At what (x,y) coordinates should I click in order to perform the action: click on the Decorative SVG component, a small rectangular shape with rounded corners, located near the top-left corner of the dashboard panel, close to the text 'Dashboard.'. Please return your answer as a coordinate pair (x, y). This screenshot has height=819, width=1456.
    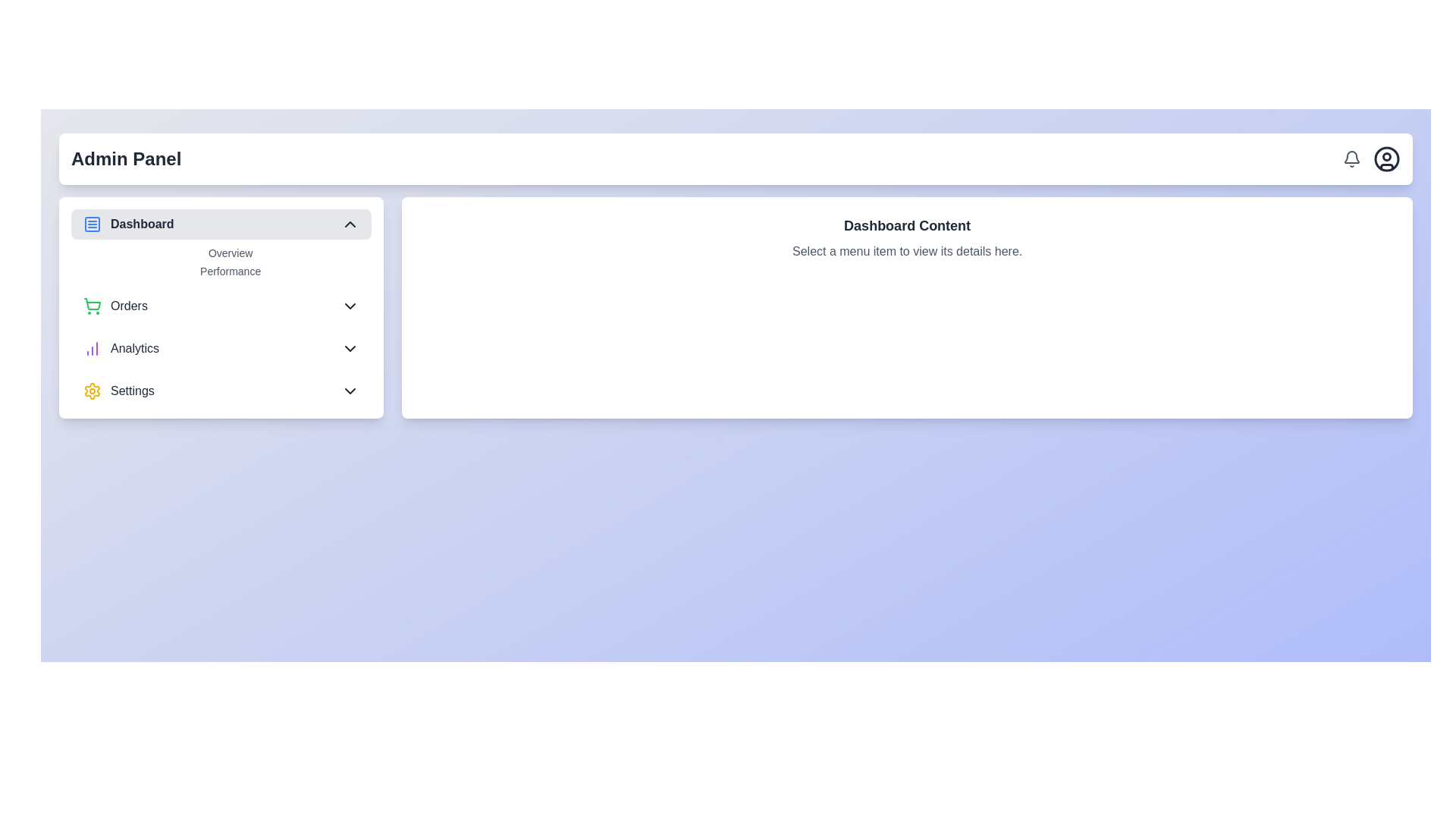
    Looking at the image, I should click on (91, 224).